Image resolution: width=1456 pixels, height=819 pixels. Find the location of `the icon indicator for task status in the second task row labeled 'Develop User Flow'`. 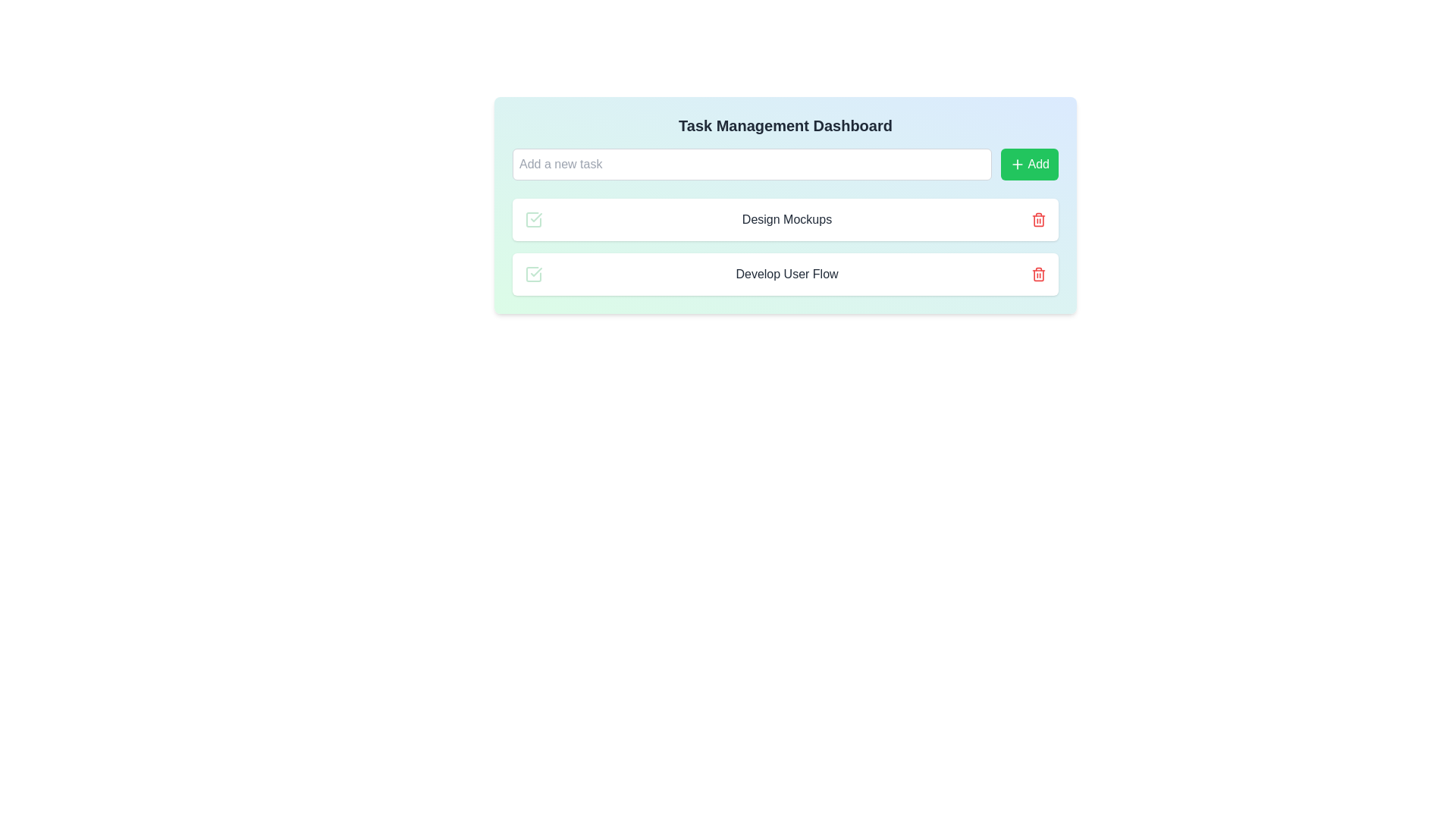

the icon indicator for task status in the second task row labeled 'Develop User Flow' is located at coordinates (536, 271).